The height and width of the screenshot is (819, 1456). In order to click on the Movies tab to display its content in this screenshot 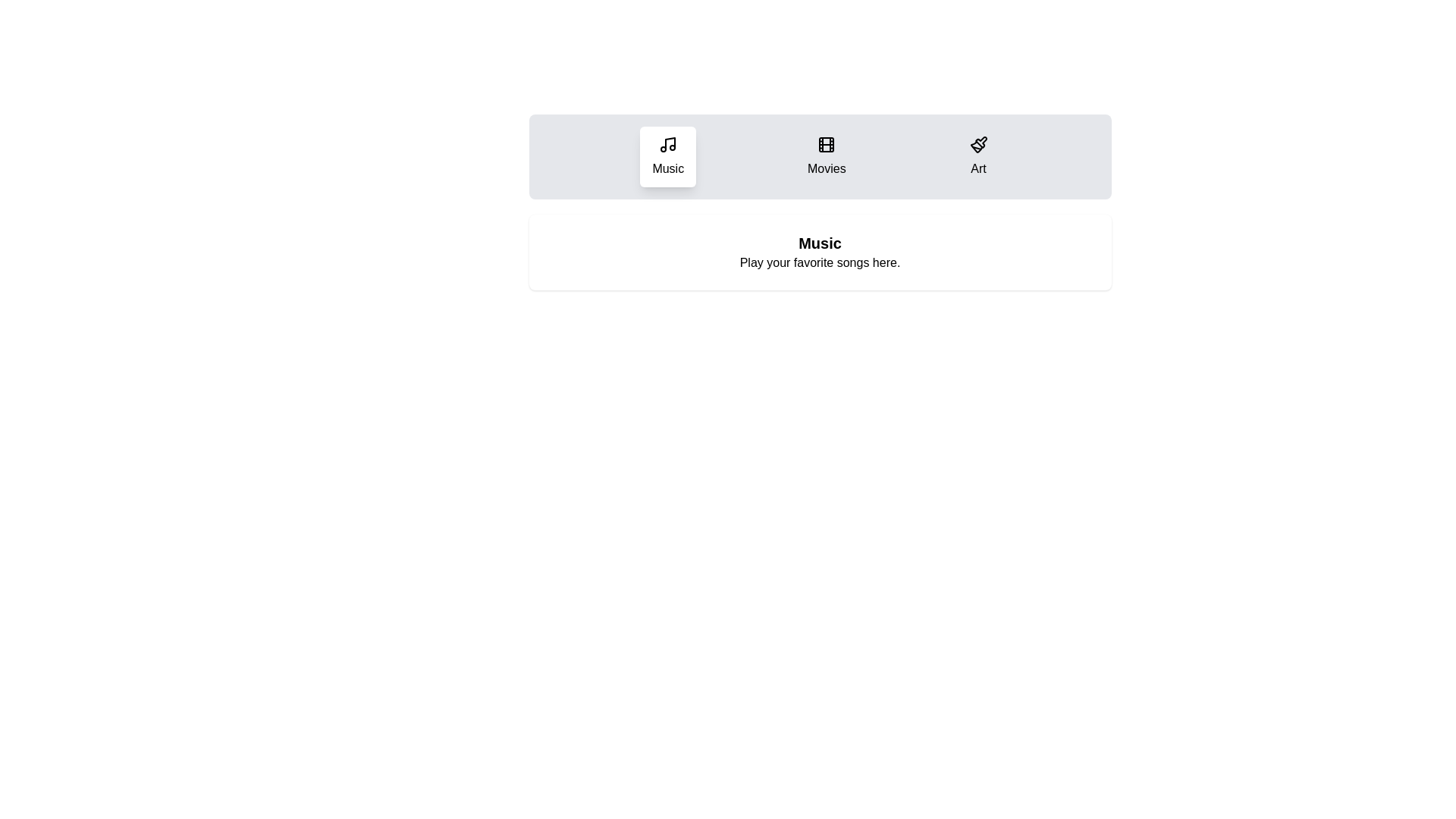, I will do `click(825, 157)`.